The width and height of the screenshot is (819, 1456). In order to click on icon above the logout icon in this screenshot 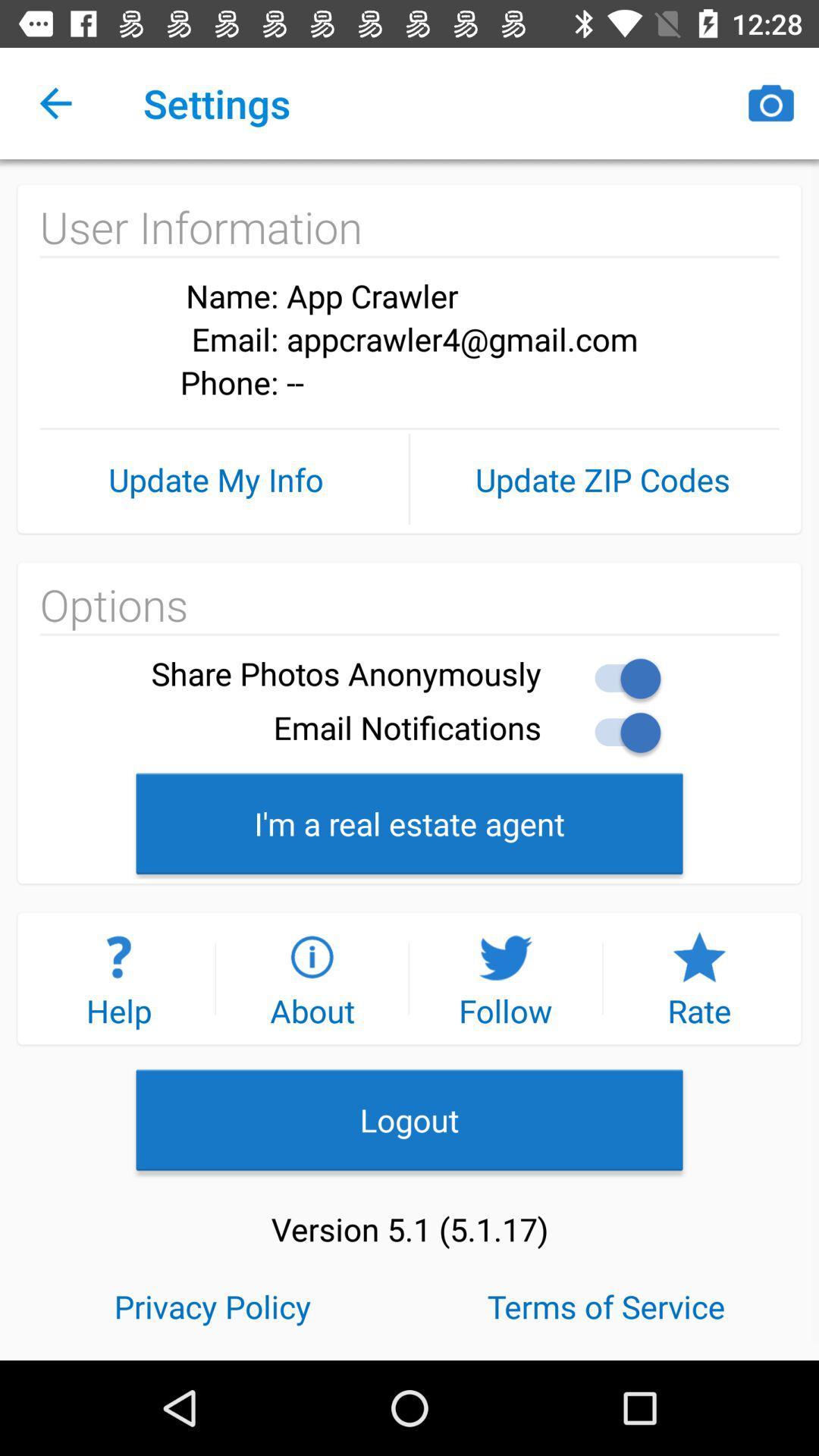, I will do `click(699, 978)`.